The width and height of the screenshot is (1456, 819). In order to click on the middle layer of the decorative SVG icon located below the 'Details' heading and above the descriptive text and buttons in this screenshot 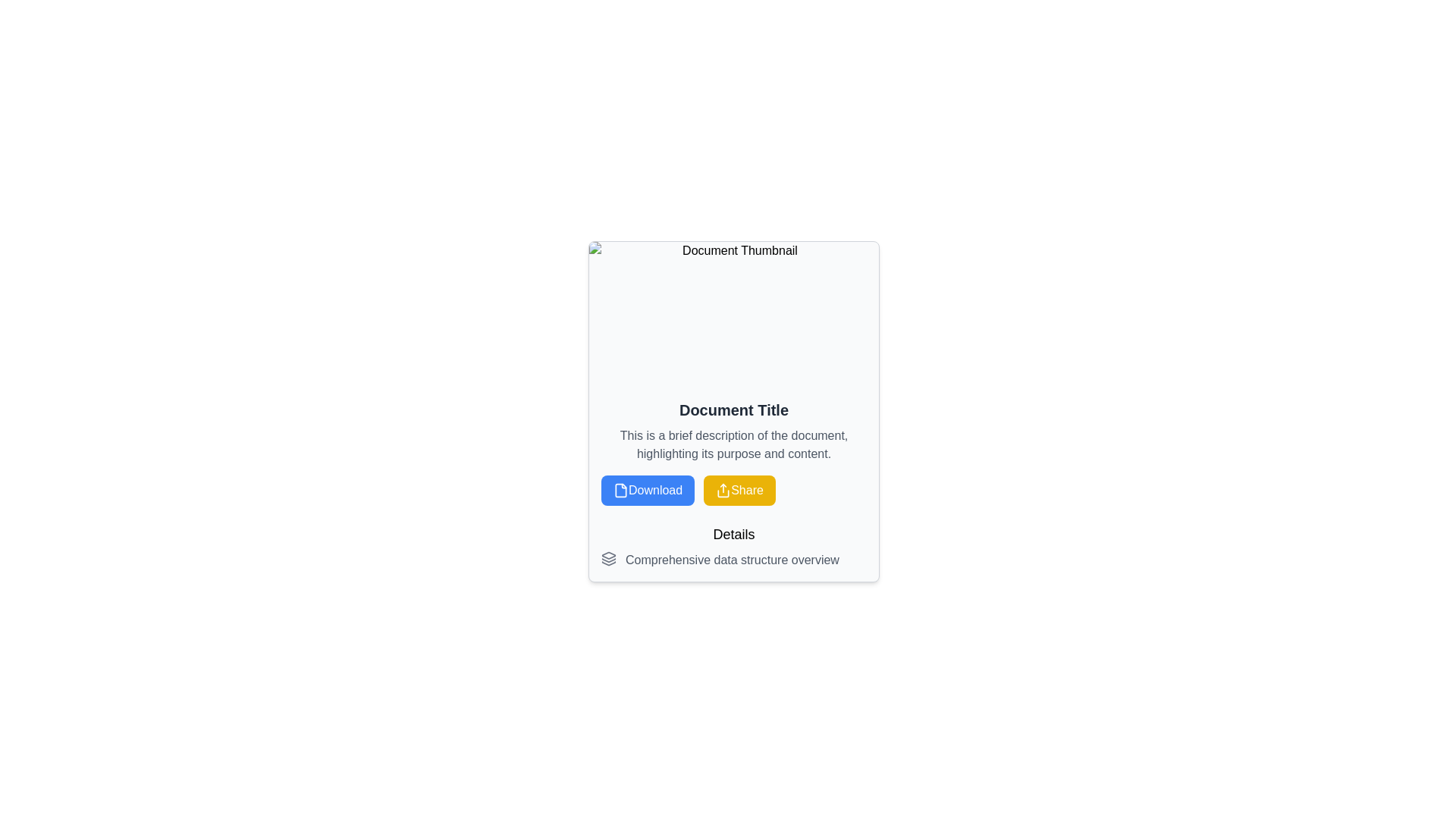, I will do `click(608, 560)`.